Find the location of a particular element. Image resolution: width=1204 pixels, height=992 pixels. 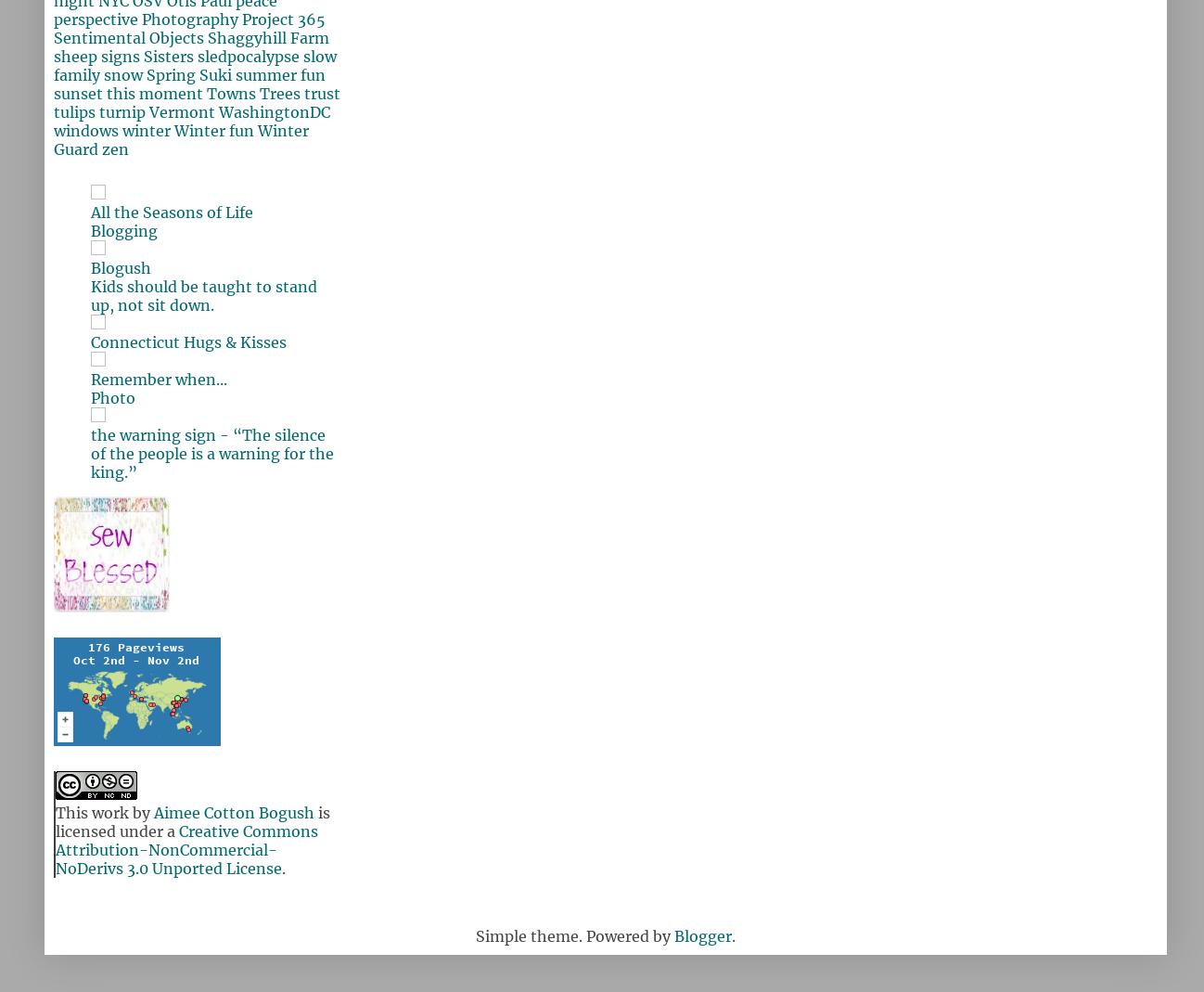

'sheep' is located at coordinates (75, 56).